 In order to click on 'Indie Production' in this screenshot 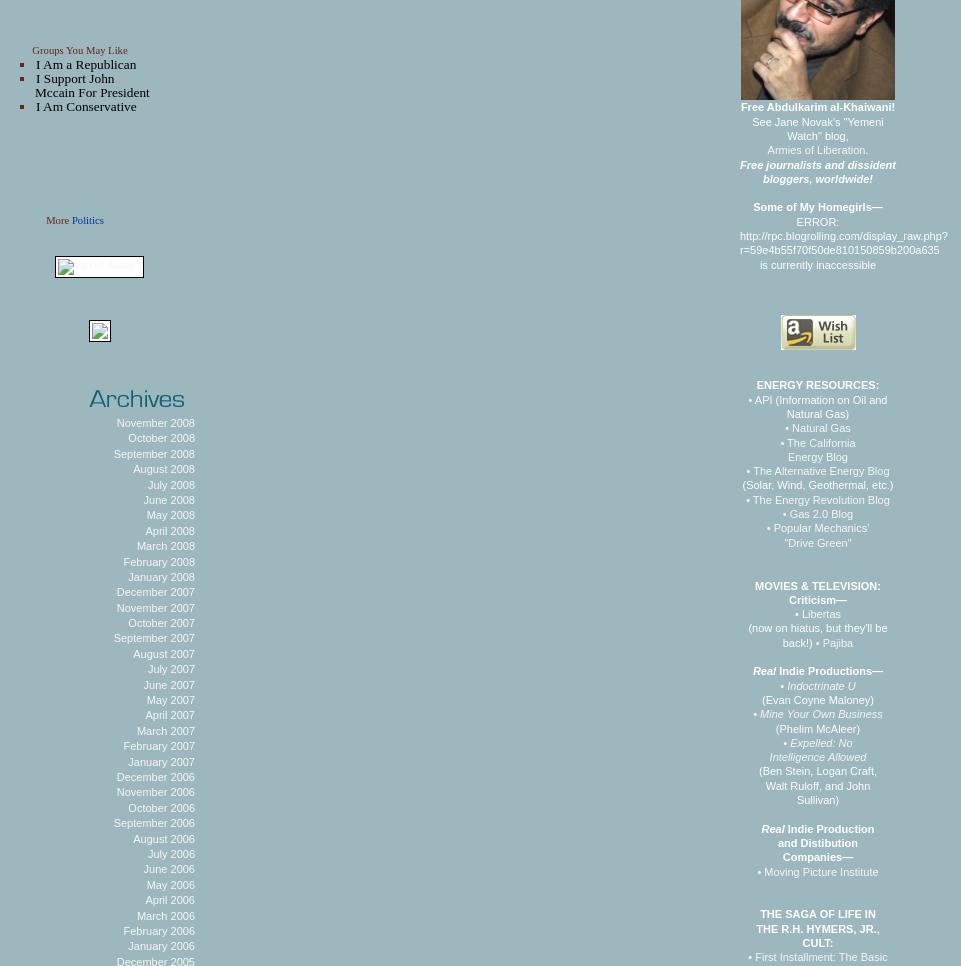, I will do `click(782, 827)`.